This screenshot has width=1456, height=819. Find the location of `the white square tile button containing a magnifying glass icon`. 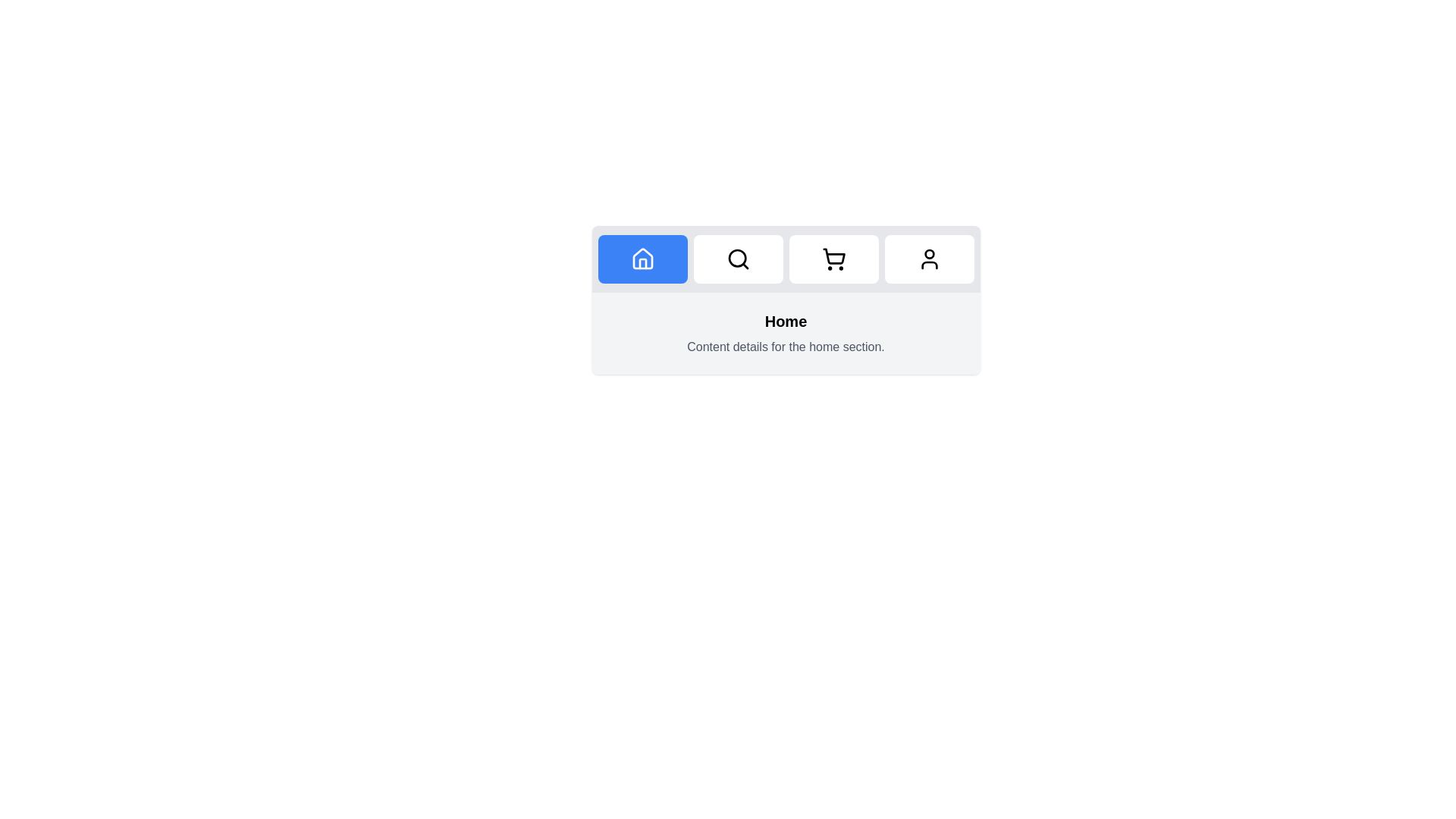

the white square tile button containing a magnifying glass icon is located at coordinates (738, 259).